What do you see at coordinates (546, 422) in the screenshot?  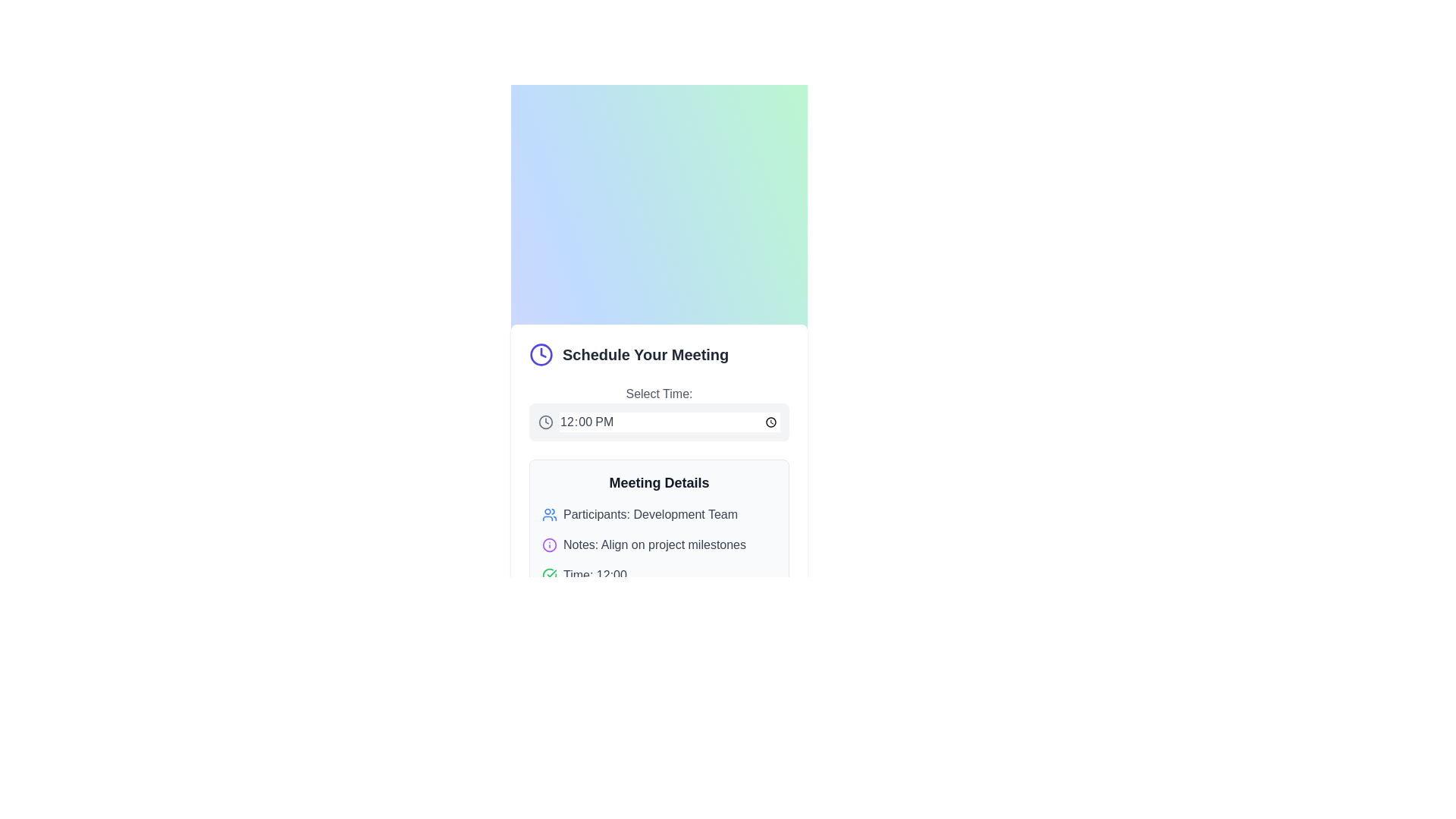 I see `the circular SVG element that represents the outer part of the clock icon located to the left of the 'Schedule Your Meeting' header label` at bounding box center [546, 422].